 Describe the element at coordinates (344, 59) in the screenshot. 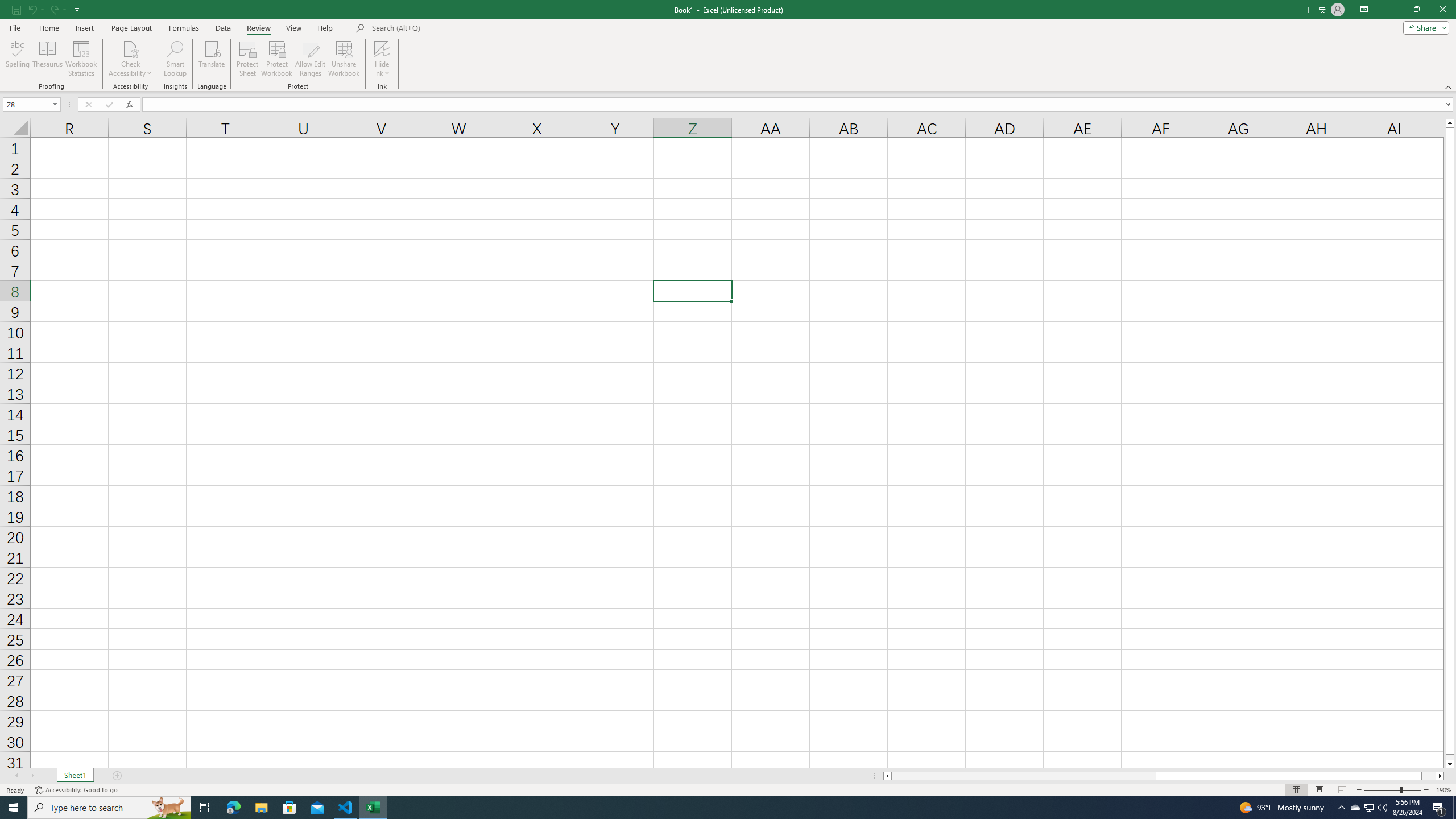

I see `'Unshare Workbook'` at that location.